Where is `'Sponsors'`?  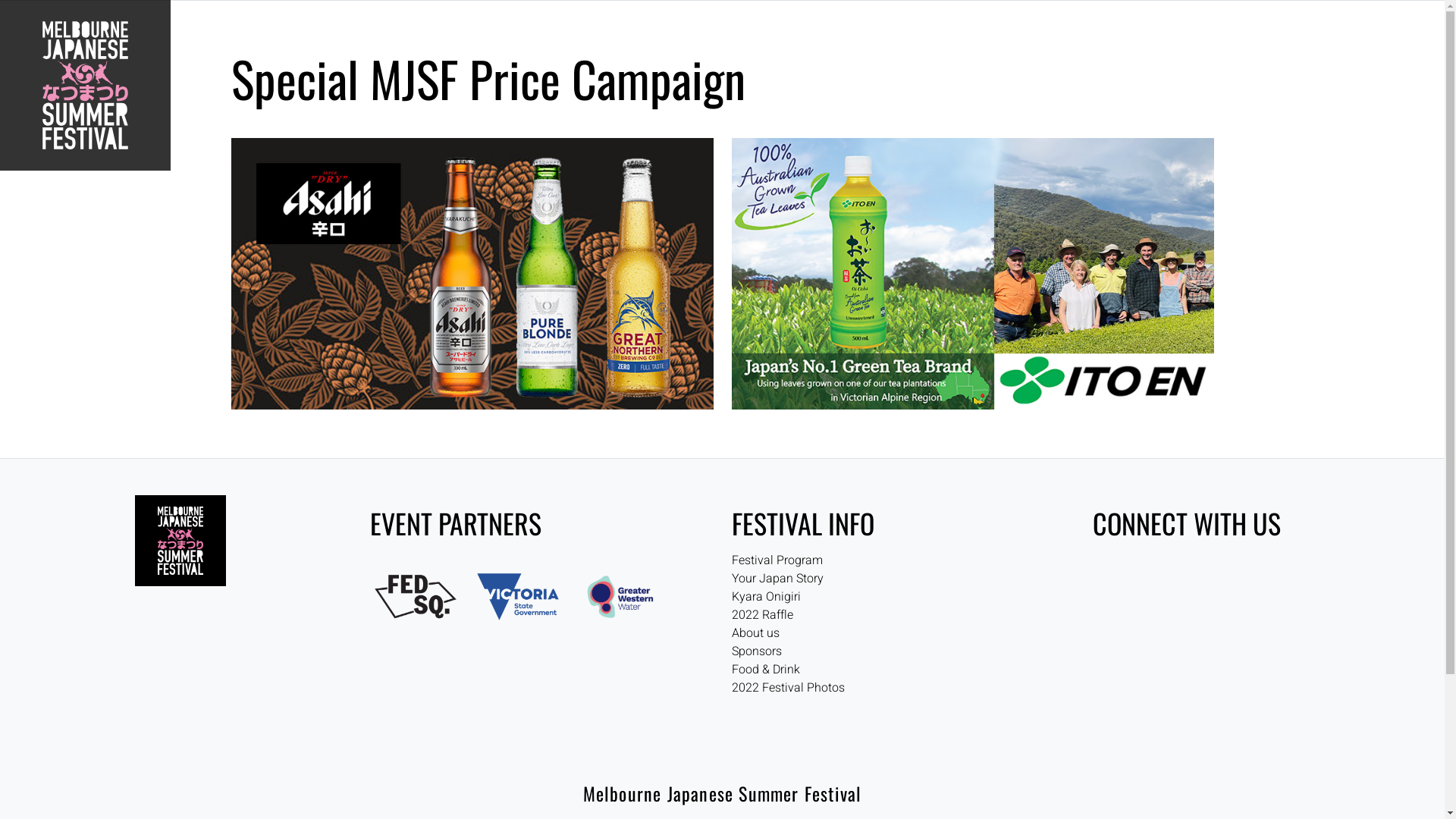 'Sponsors' is located at coordinates (731, 651).